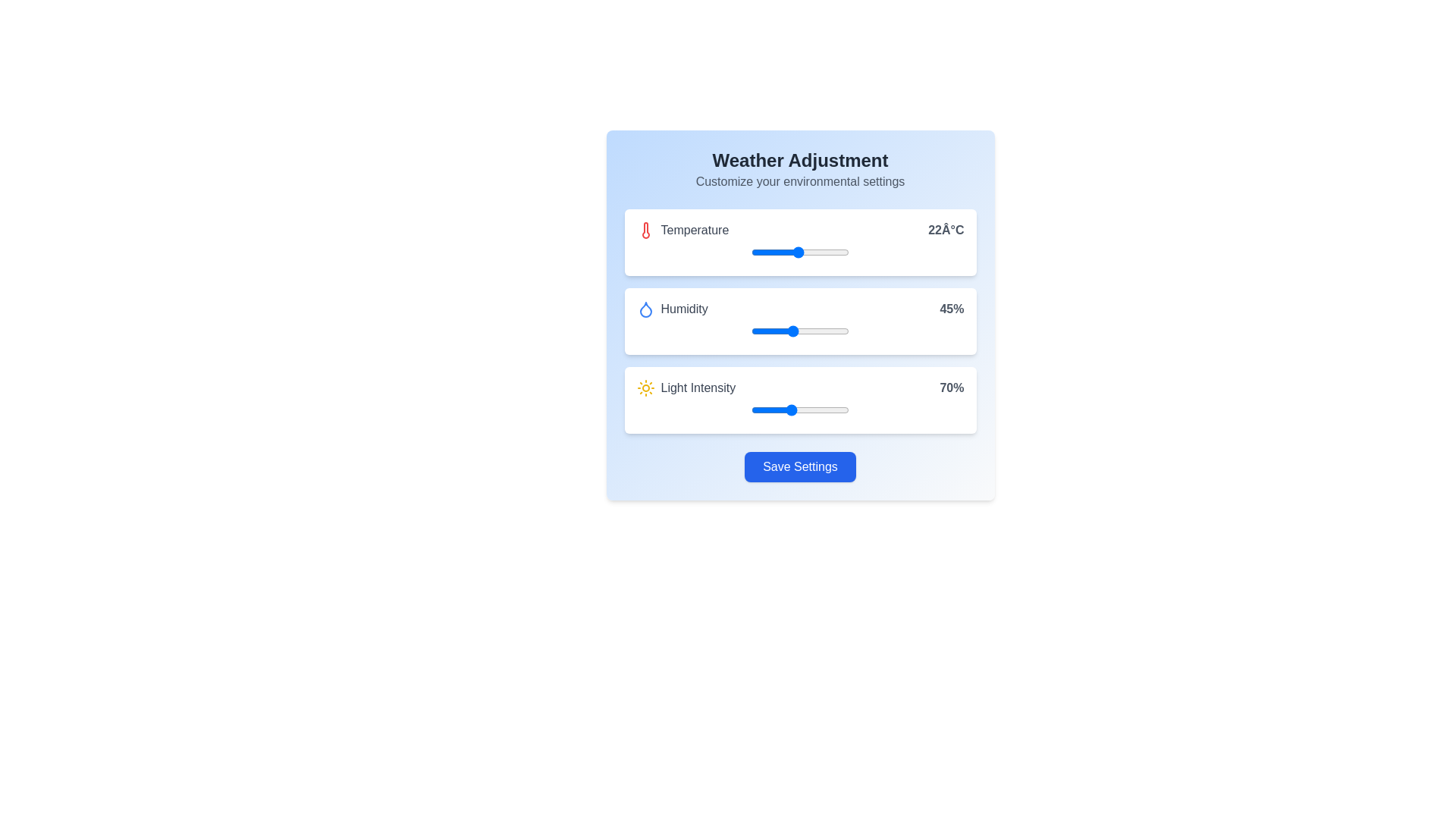  What do you see at coordinates (757, 409) in the screenshot?
I see `the light intensity` at bounding box center [757, 409].